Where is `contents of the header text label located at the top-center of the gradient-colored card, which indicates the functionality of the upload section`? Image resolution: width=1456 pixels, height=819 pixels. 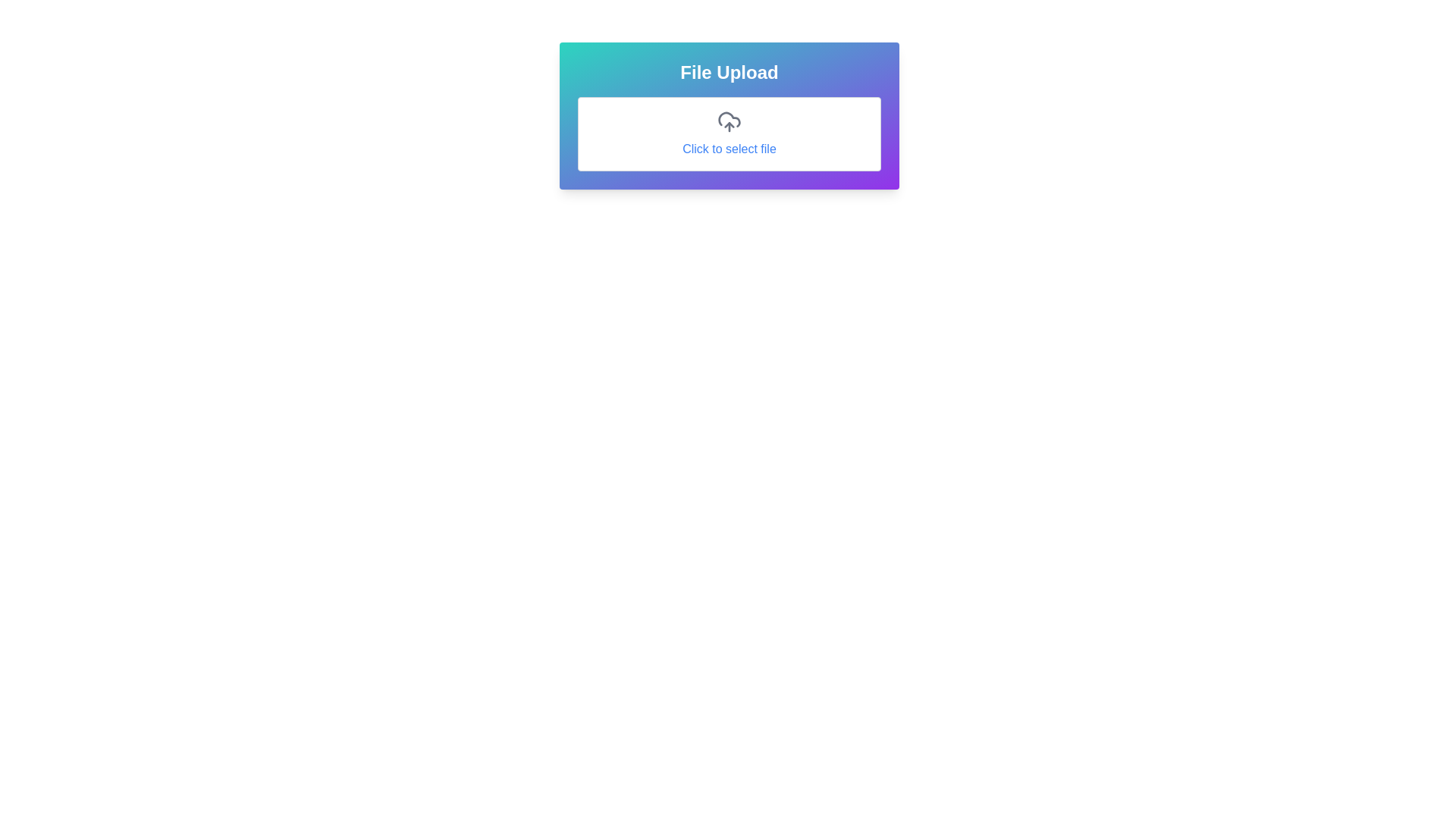
contents of the header text label located at the top-center of the gradient-colored card, which indicates the functionality of the upload section is located at coordinates (729, 73).